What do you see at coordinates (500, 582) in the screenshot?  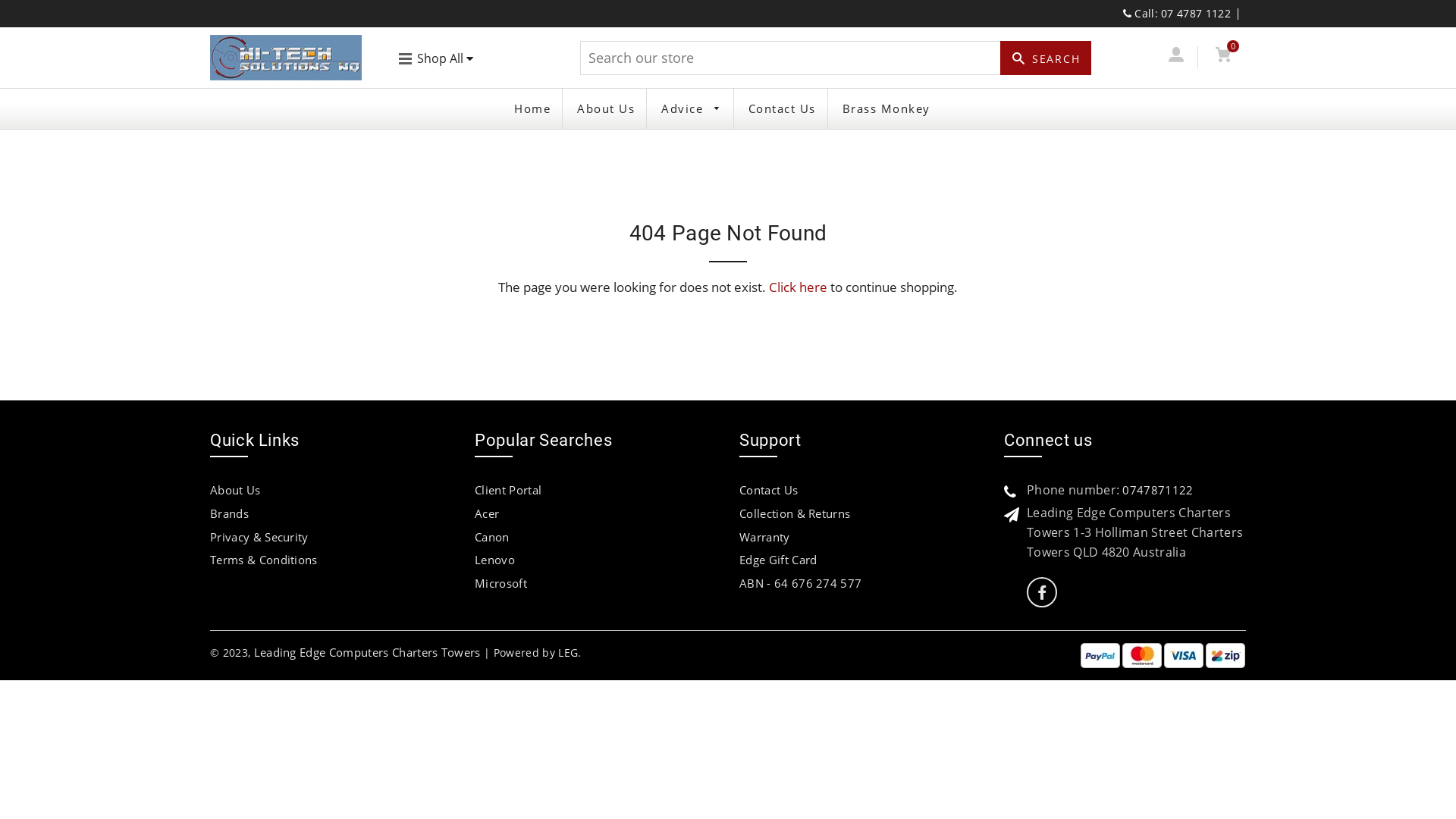 I see `'Microsoft'` at bounding box center [500, 582].